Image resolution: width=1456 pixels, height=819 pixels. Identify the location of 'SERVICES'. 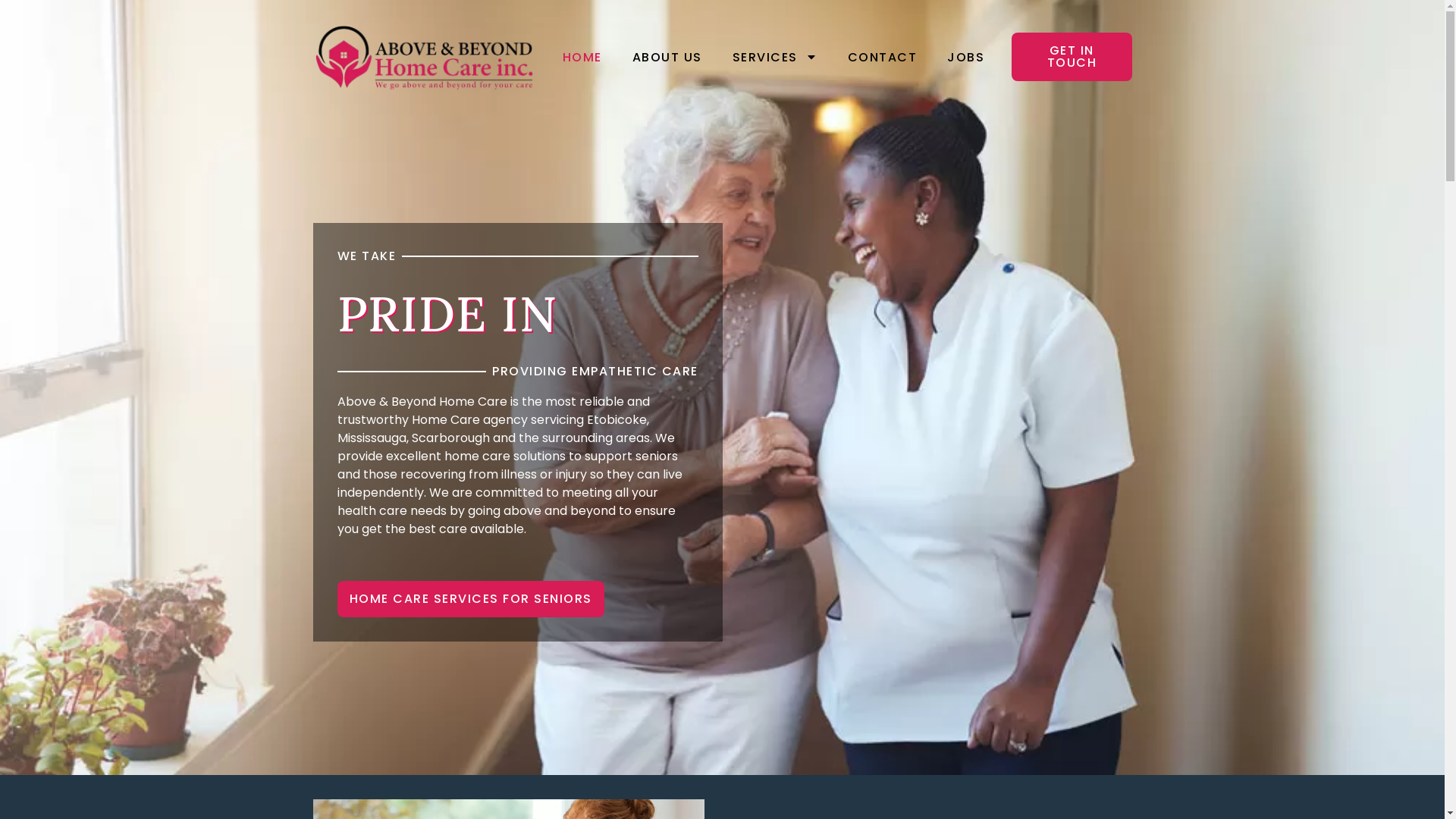
(775, 56).